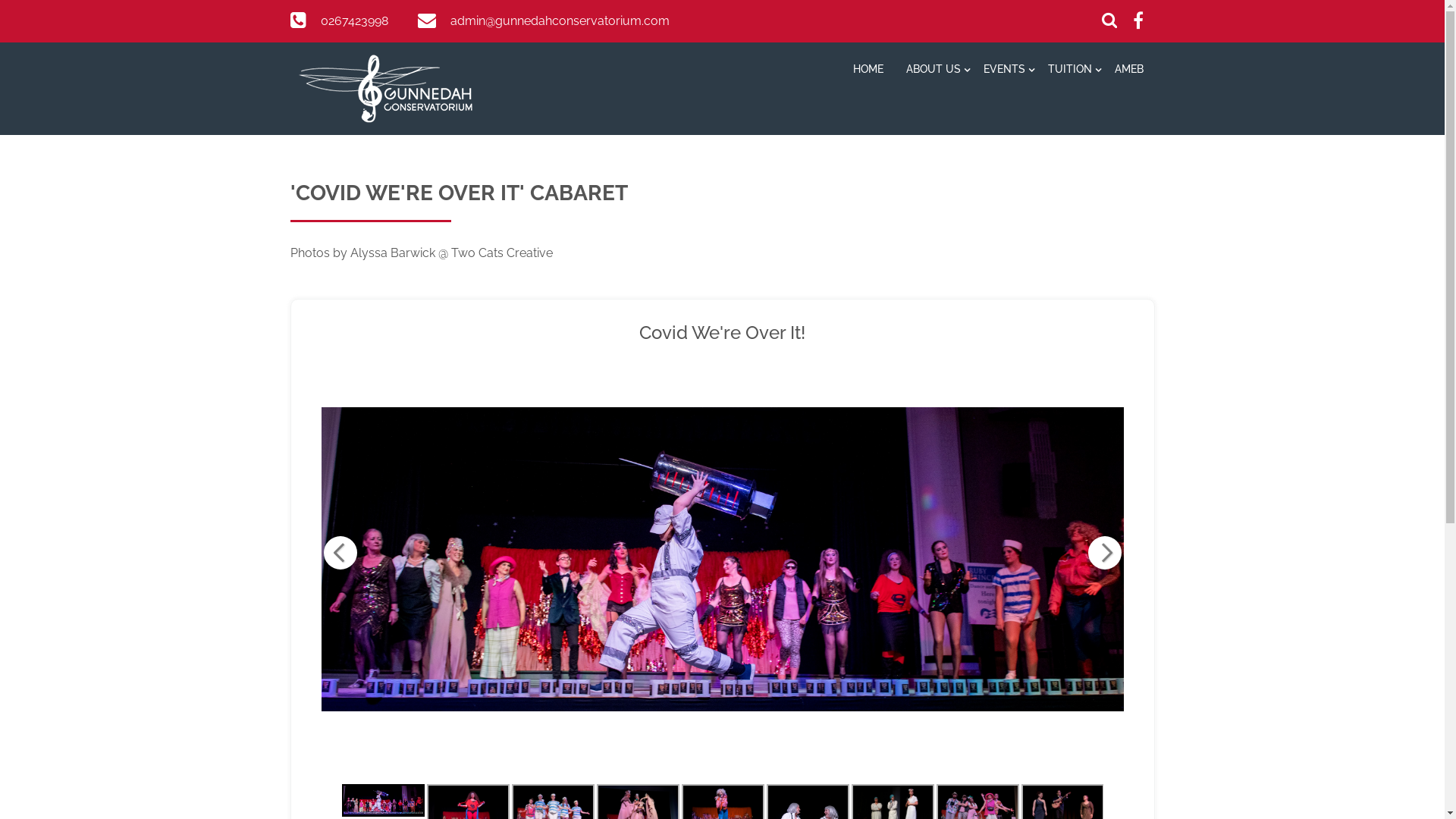  Describe the element at coordinates (1004, 71) in the screenshot. I see `'EVENTS'` at that location.